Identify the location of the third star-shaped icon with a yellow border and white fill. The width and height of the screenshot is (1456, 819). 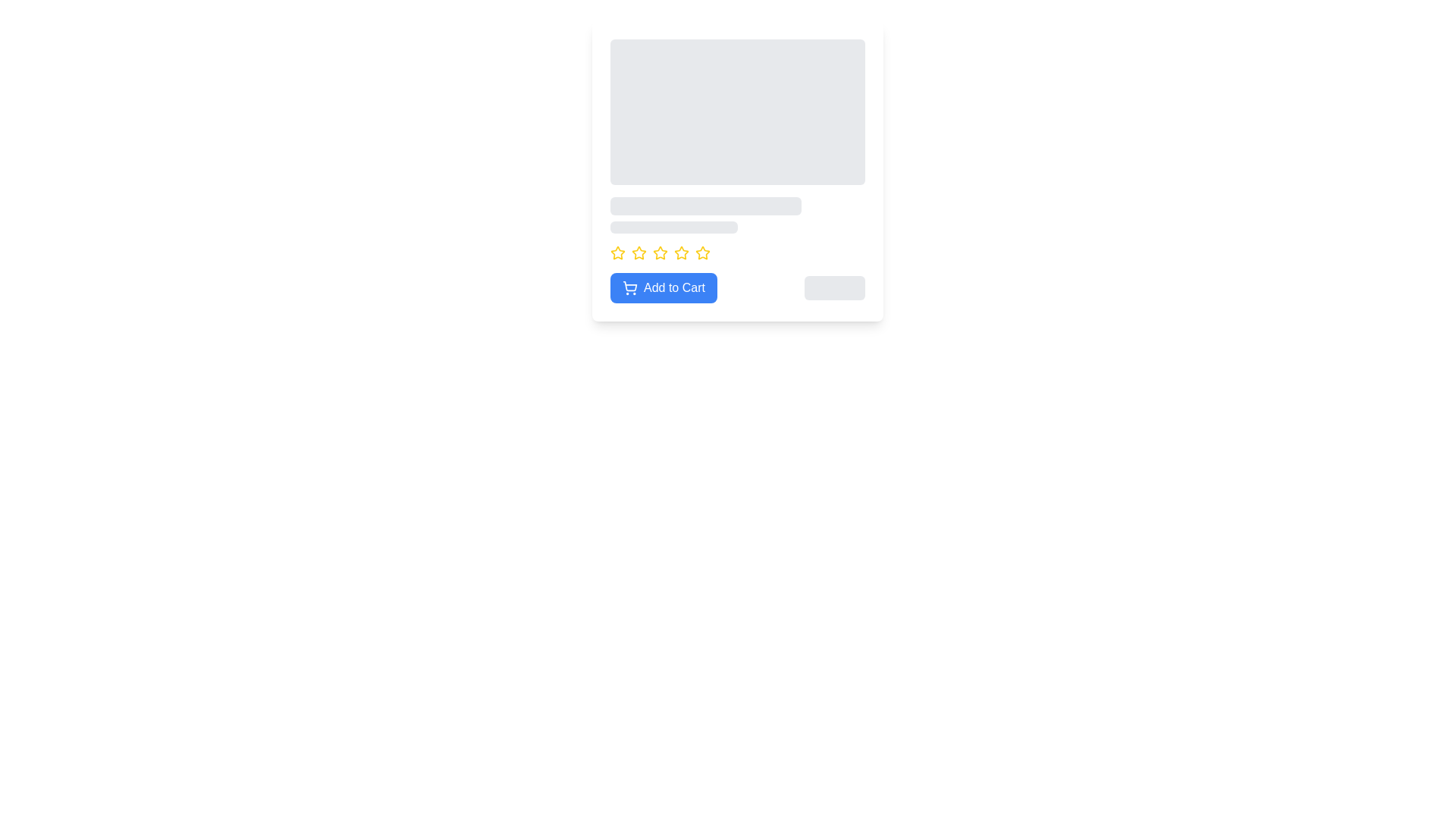
(660, 252).